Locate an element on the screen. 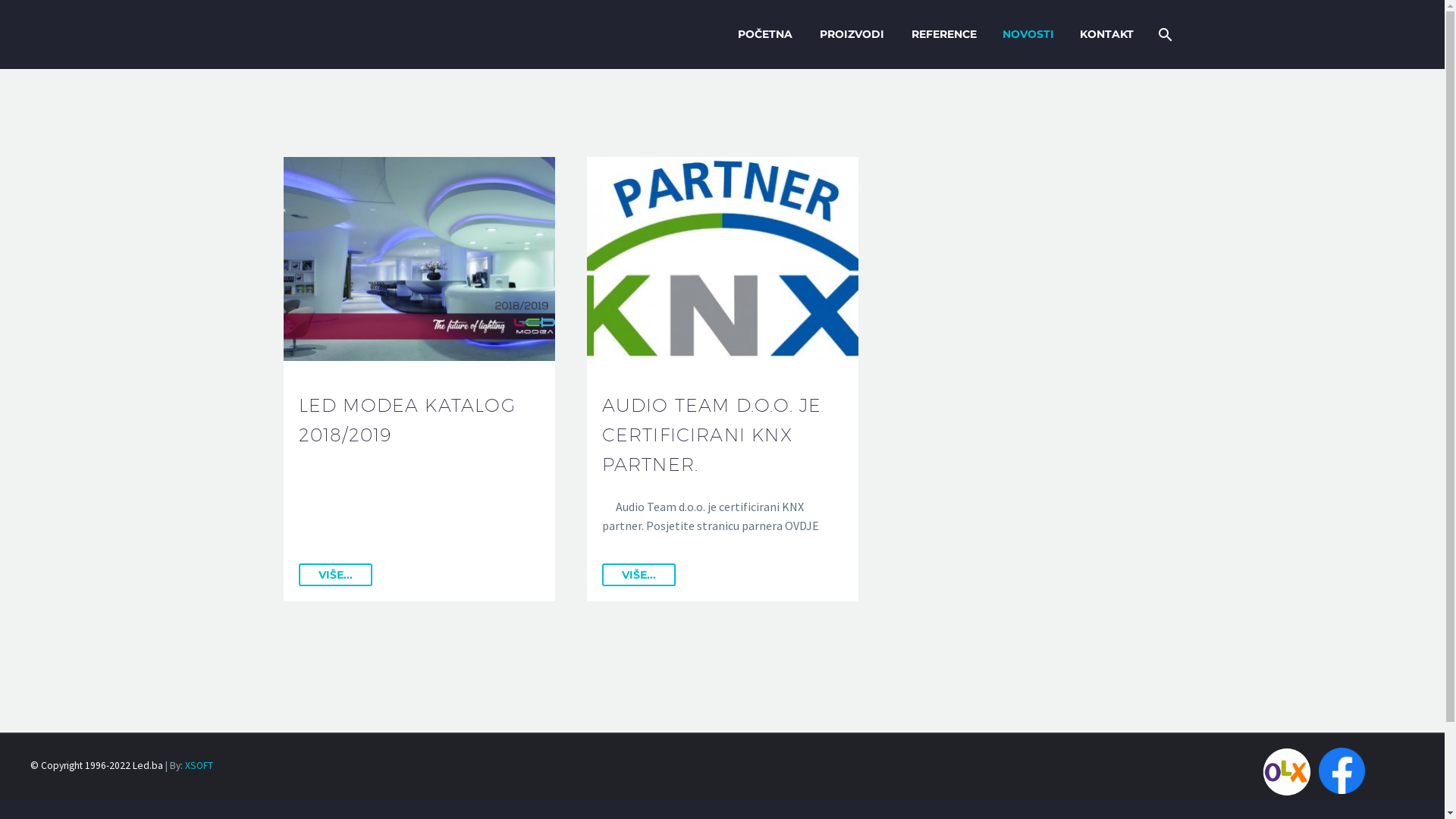  'XSOFT' is located at coordinates (198, 765).